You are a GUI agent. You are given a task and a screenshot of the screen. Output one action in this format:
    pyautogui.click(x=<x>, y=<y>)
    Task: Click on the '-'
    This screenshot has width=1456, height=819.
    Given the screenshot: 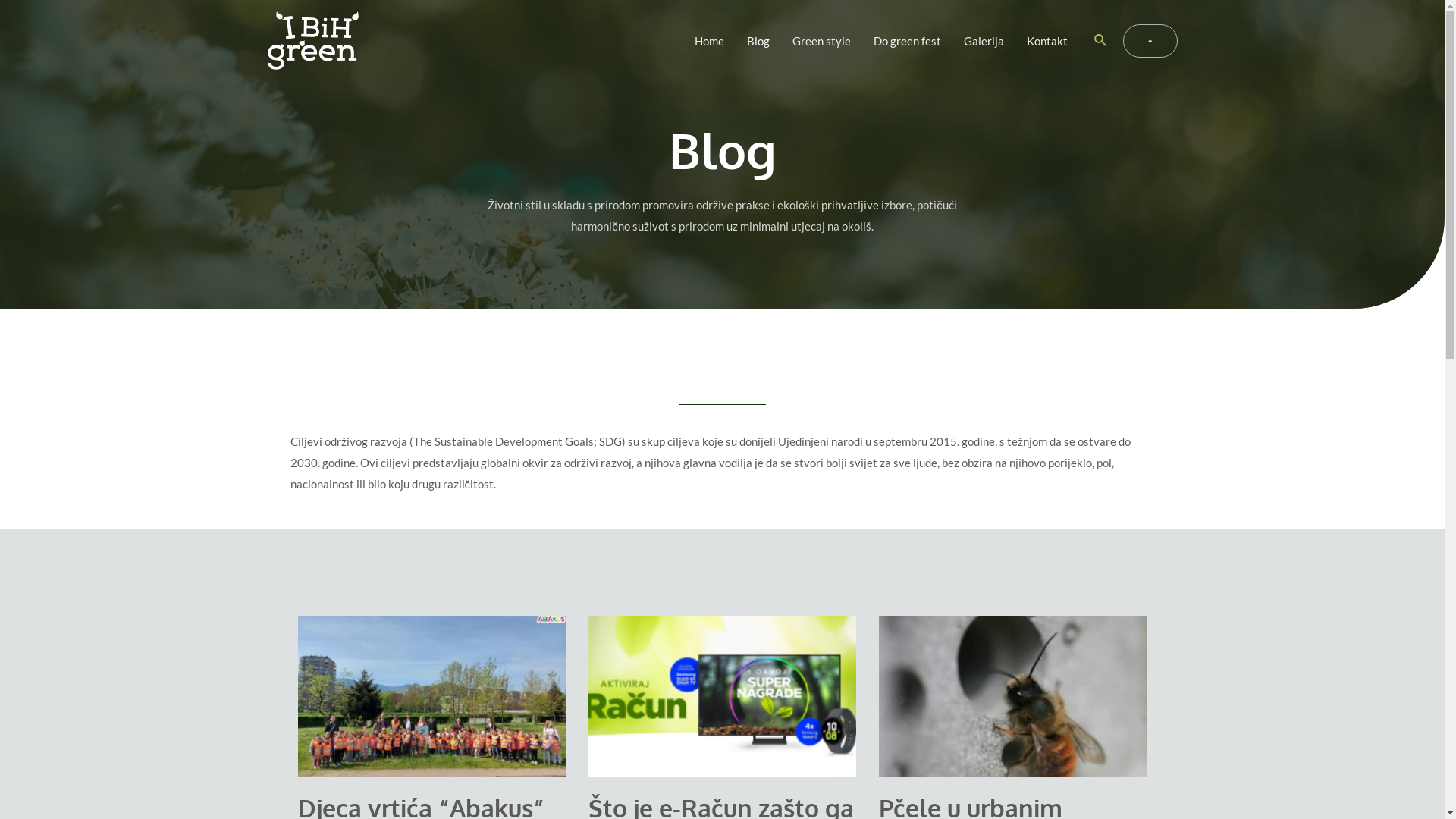 What is the action you would take?
    pyautogui.click(x=1123, y=40)
    